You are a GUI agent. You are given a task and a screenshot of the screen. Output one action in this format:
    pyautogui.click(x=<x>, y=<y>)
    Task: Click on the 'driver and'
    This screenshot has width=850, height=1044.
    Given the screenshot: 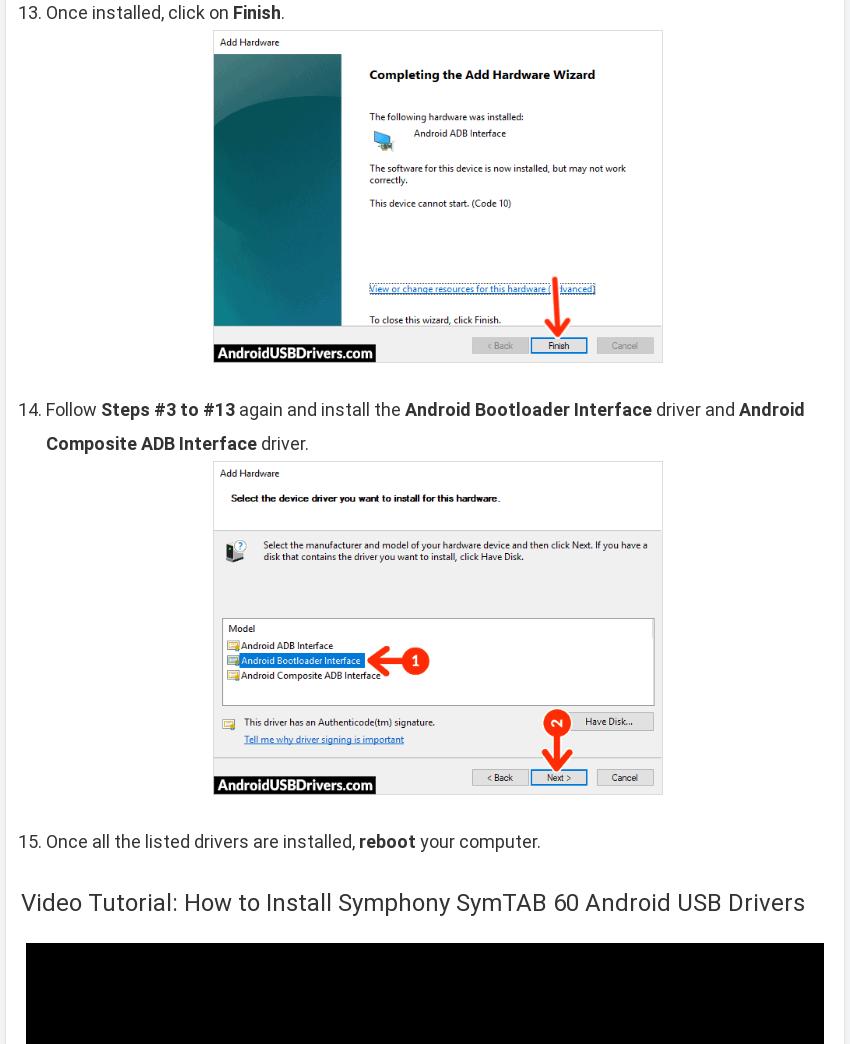 What is the action you would take?
    pyautogui.click(x=694, y=408)
    